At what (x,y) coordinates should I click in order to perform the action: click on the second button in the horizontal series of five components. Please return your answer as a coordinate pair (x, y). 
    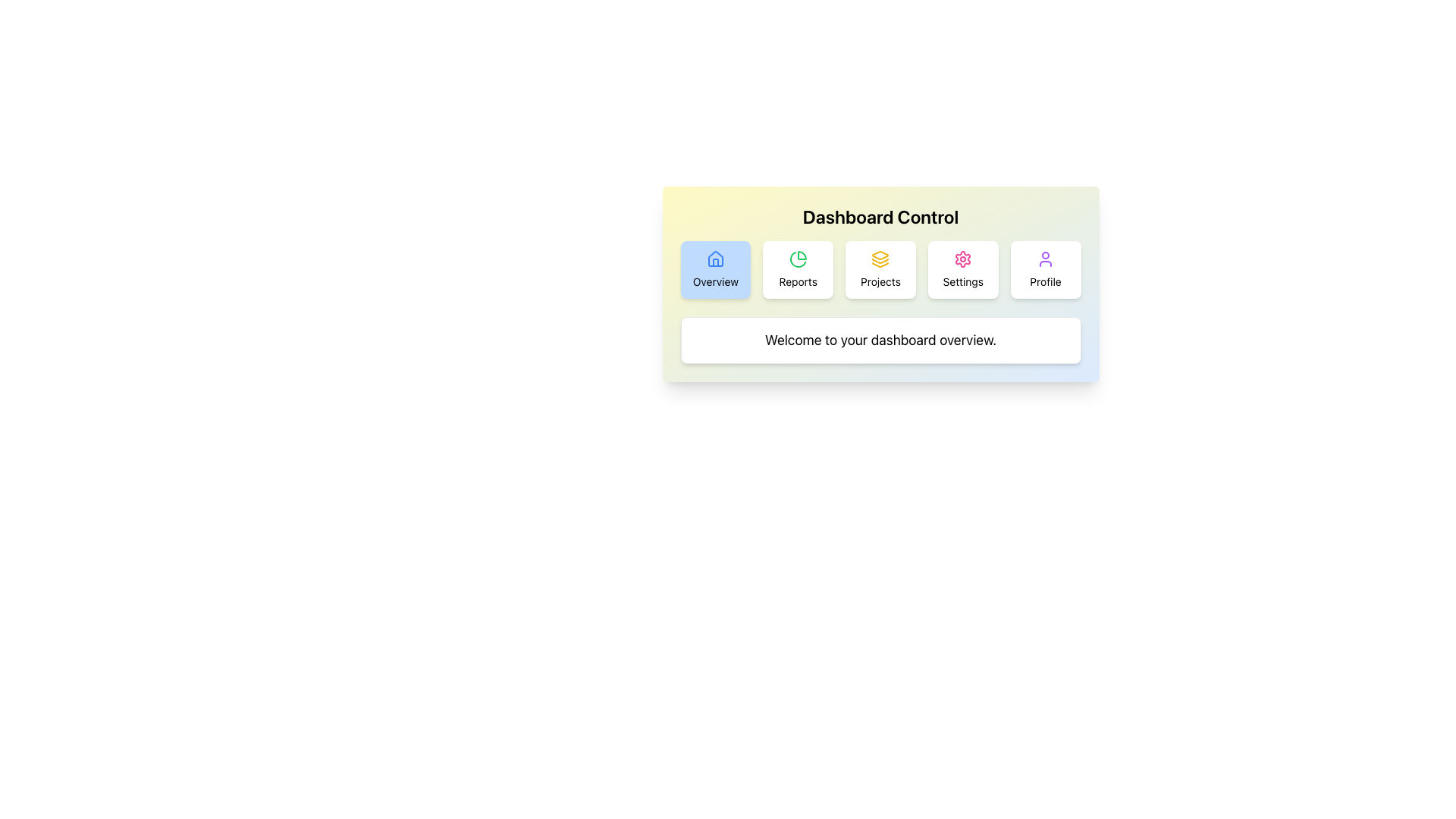
    Looking at the image, I should click on (797, 268).